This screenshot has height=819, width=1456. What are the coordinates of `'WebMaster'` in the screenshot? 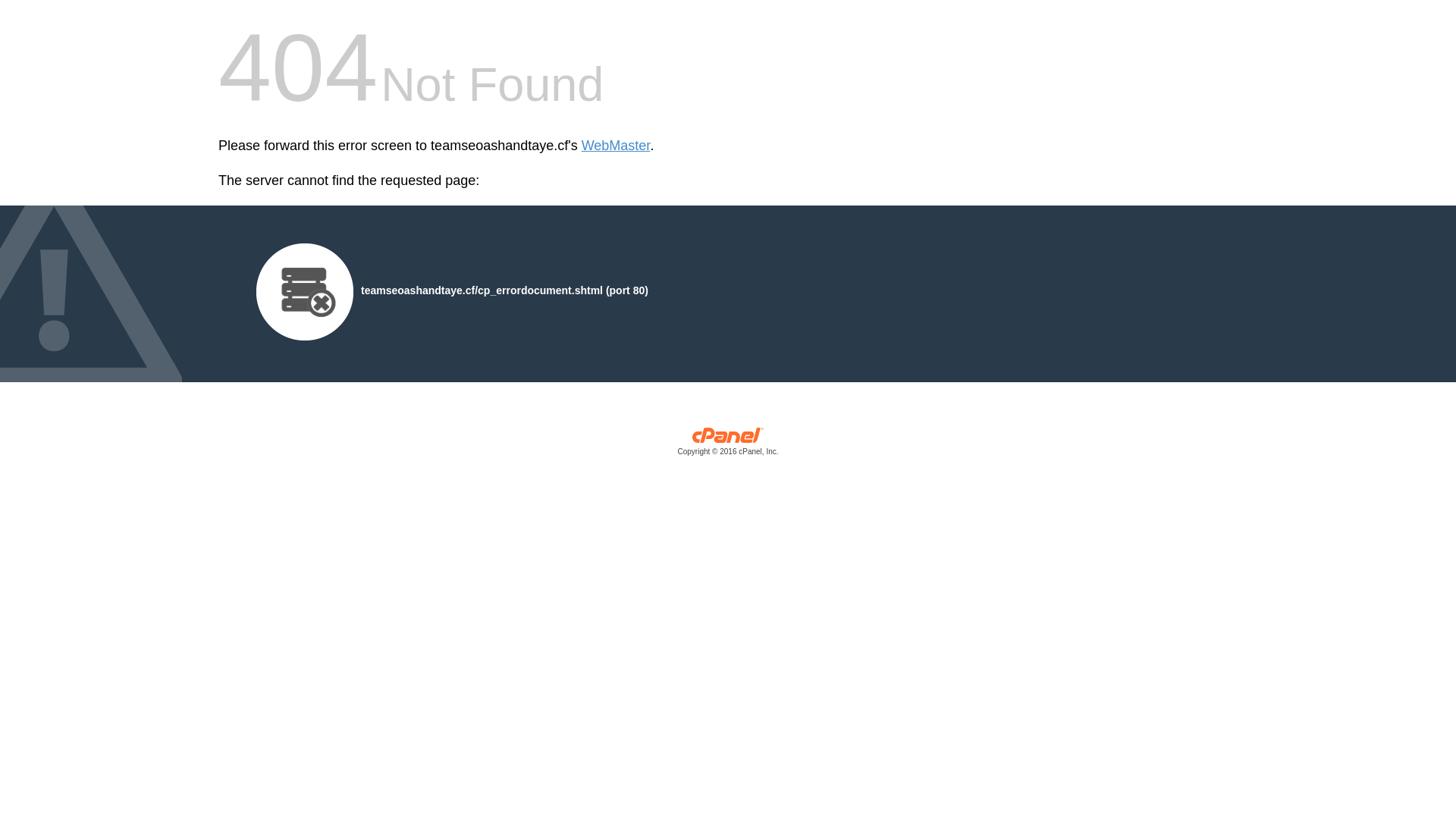 It's located at (616, 146).